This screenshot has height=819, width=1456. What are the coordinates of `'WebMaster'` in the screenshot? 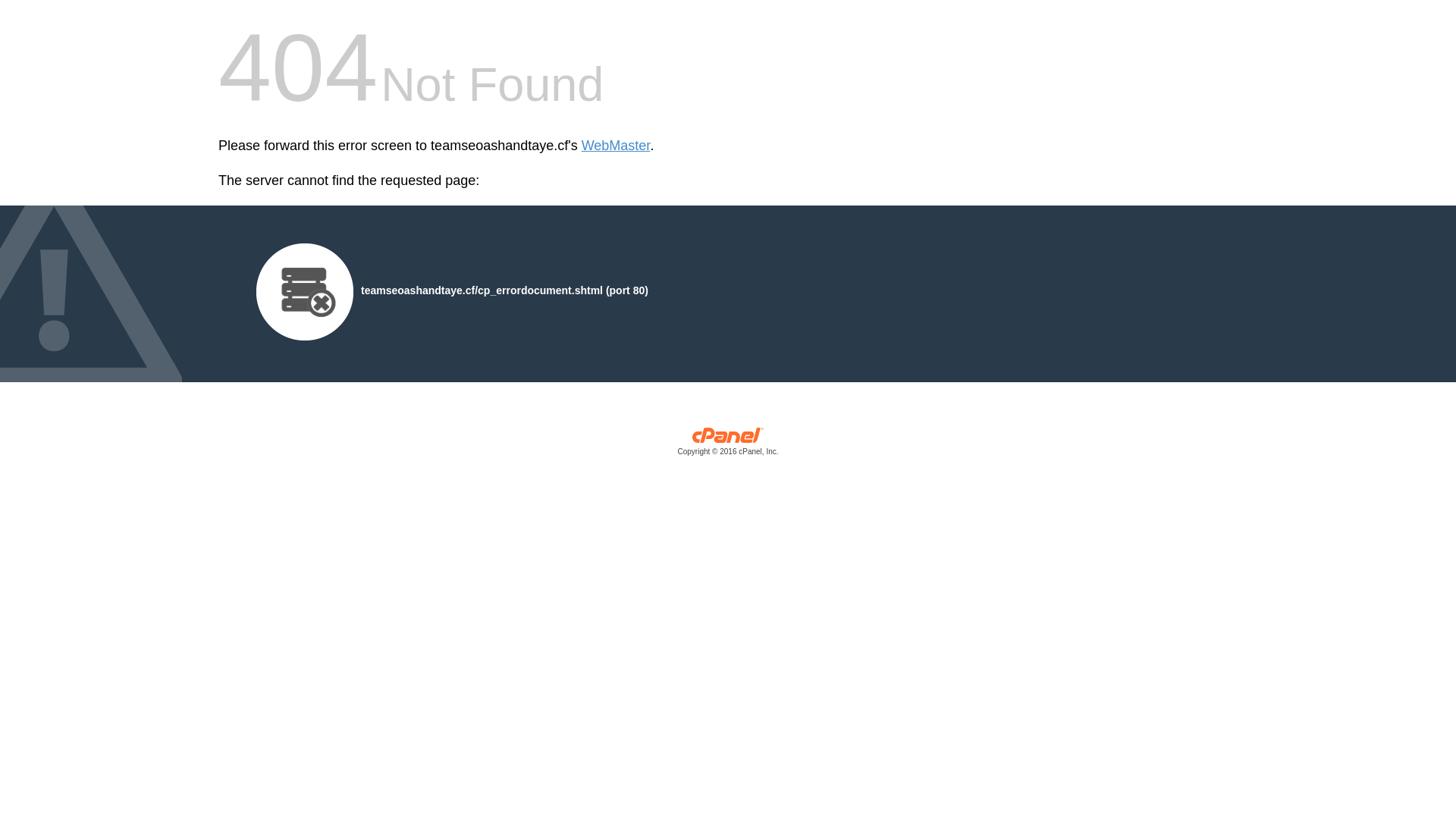 It's located at (616, 146).